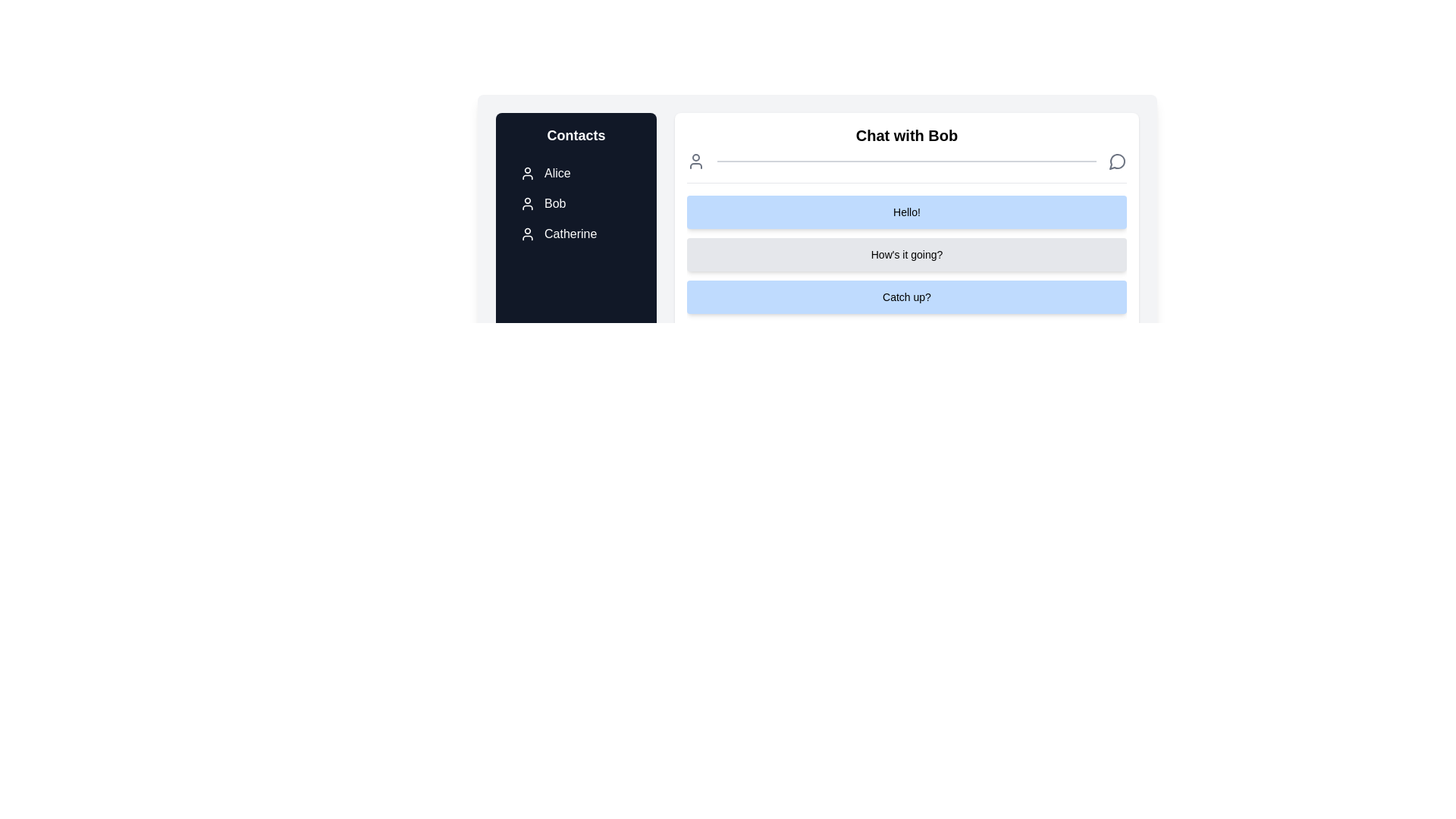 Image resolution: width=1456 pixels, height=819 pixels. I want to click on the List Item labeled 'Bob' in the 'Contacts' list, so click(575, 203).